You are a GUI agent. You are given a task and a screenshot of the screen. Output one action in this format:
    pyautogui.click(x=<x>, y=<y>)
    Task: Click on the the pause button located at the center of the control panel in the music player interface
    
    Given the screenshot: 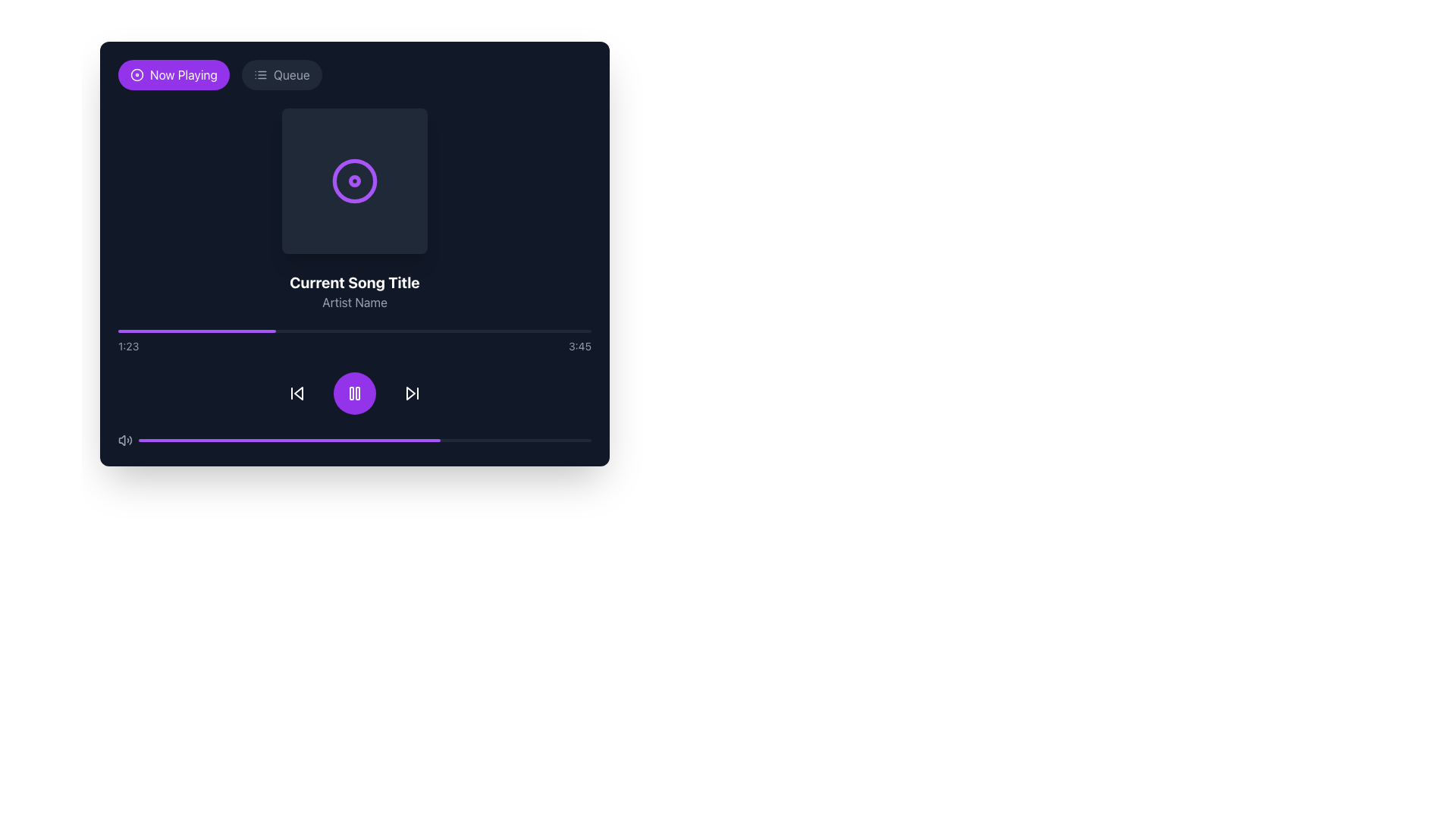 What is the action you would take?
    pyautogui.click(x=353, y=393)
    